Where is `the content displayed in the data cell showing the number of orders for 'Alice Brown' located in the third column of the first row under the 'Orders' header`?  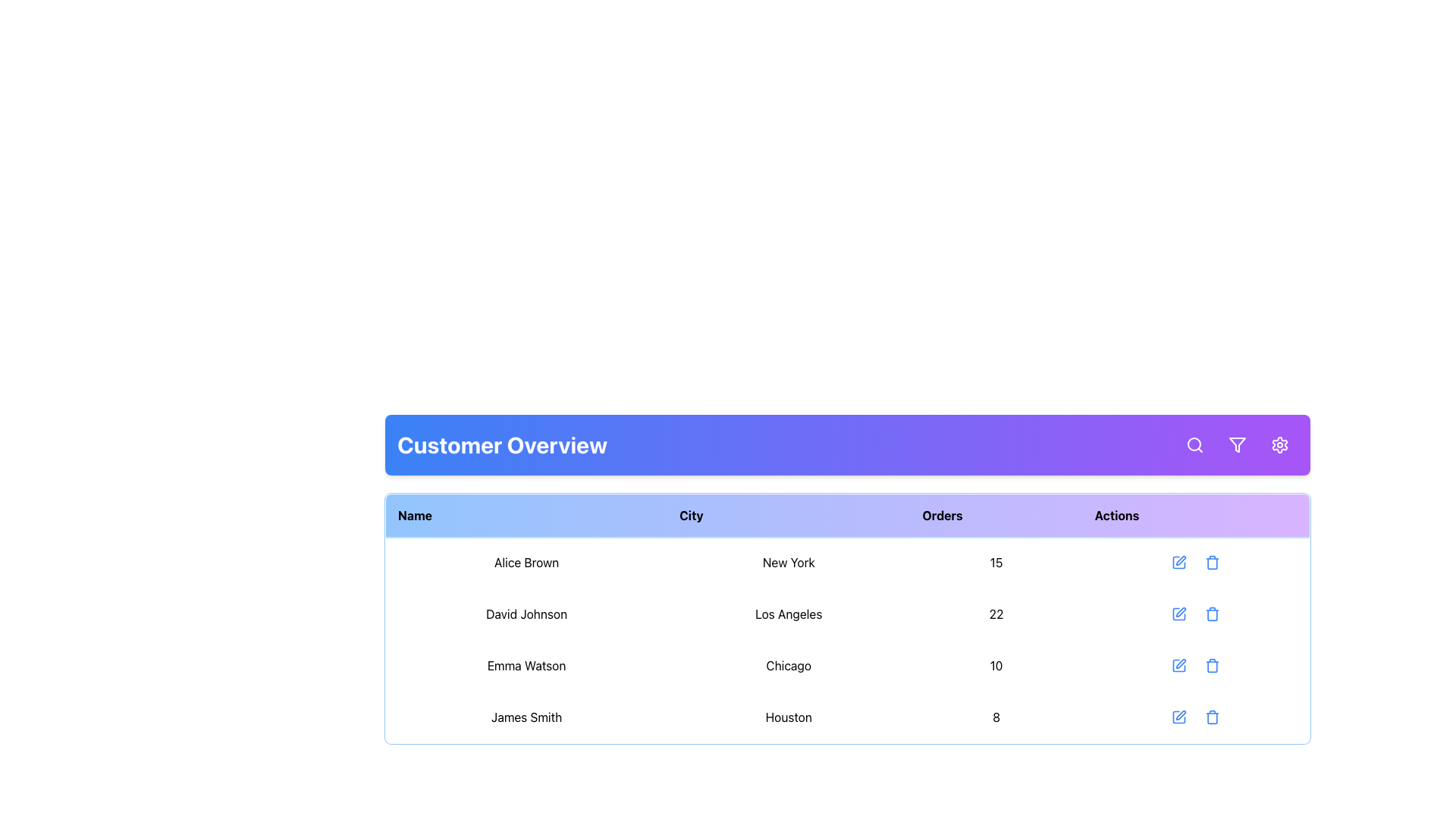 the content displayed in the data cell showing the number of orders for 'Alice Brown' located in the third column of the first row under the 'Orders' header is located at coordinates (996, 562).